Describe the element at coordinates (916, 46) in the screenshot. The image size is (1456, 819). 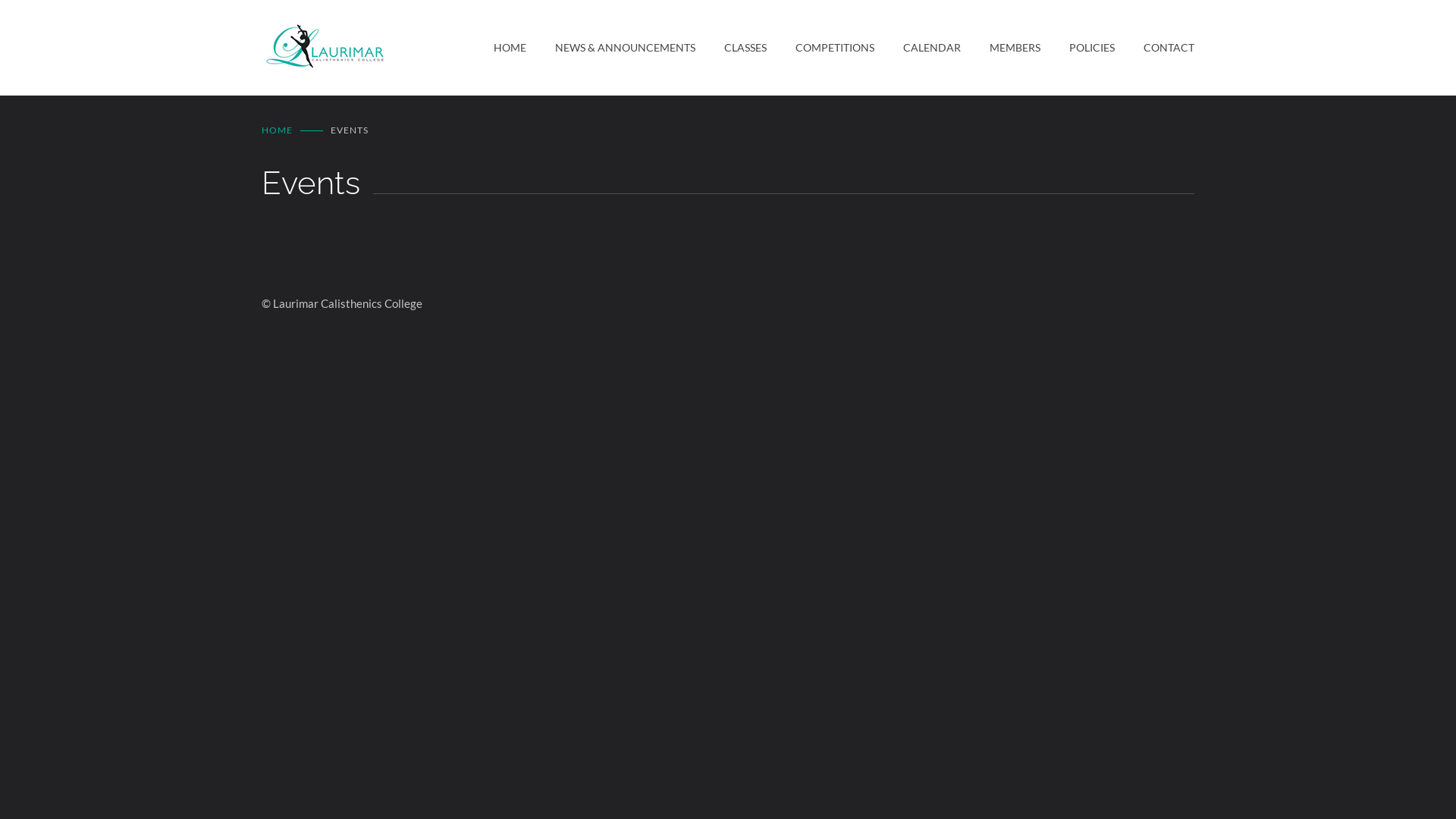
I see `'CALENDAR'` at that location.